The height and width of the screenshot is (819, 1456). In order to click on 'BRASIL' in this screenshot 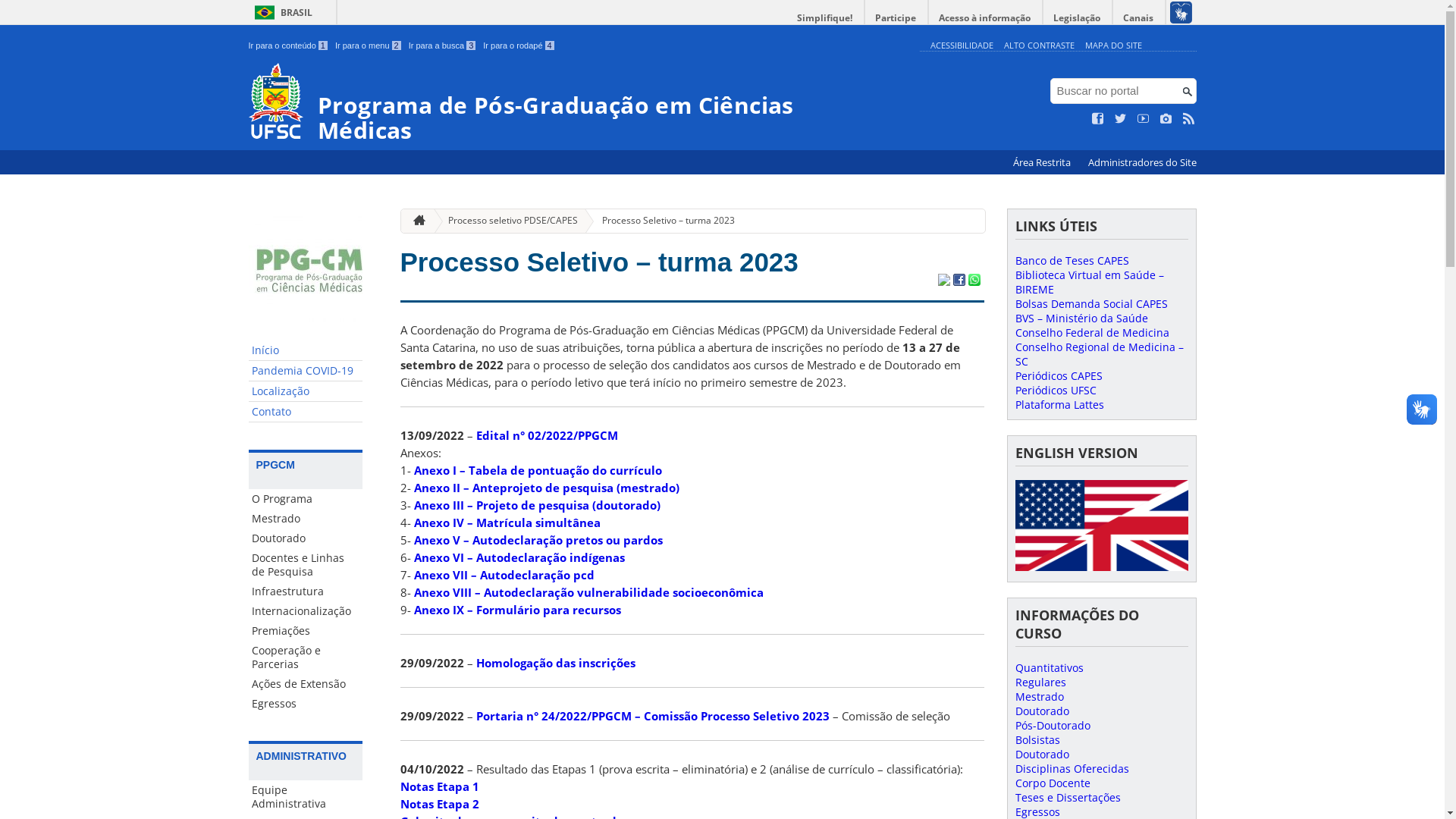, I will do `click(281, 12)`.